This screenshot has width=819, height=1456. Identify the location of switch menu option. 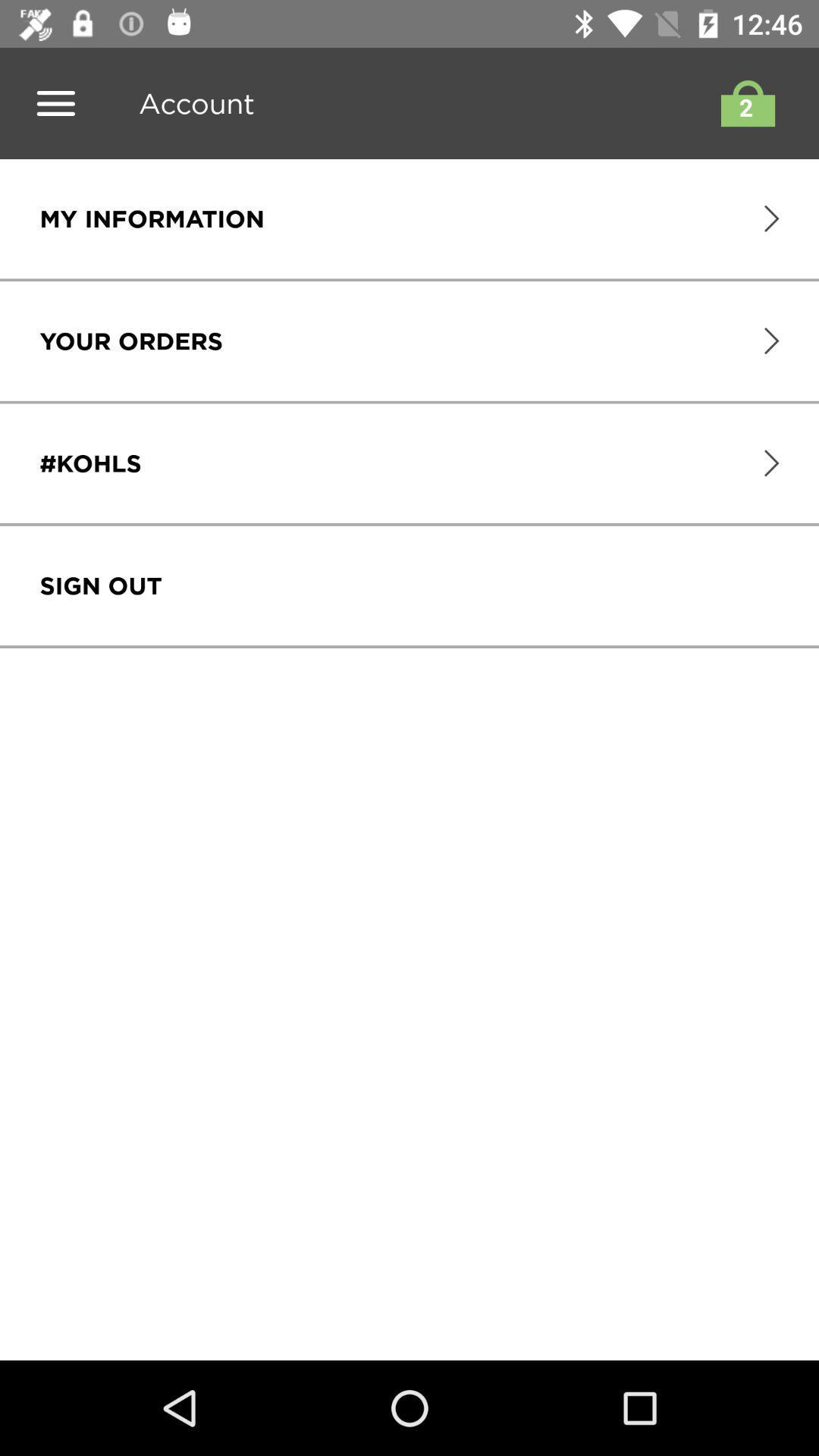
(55, 102).